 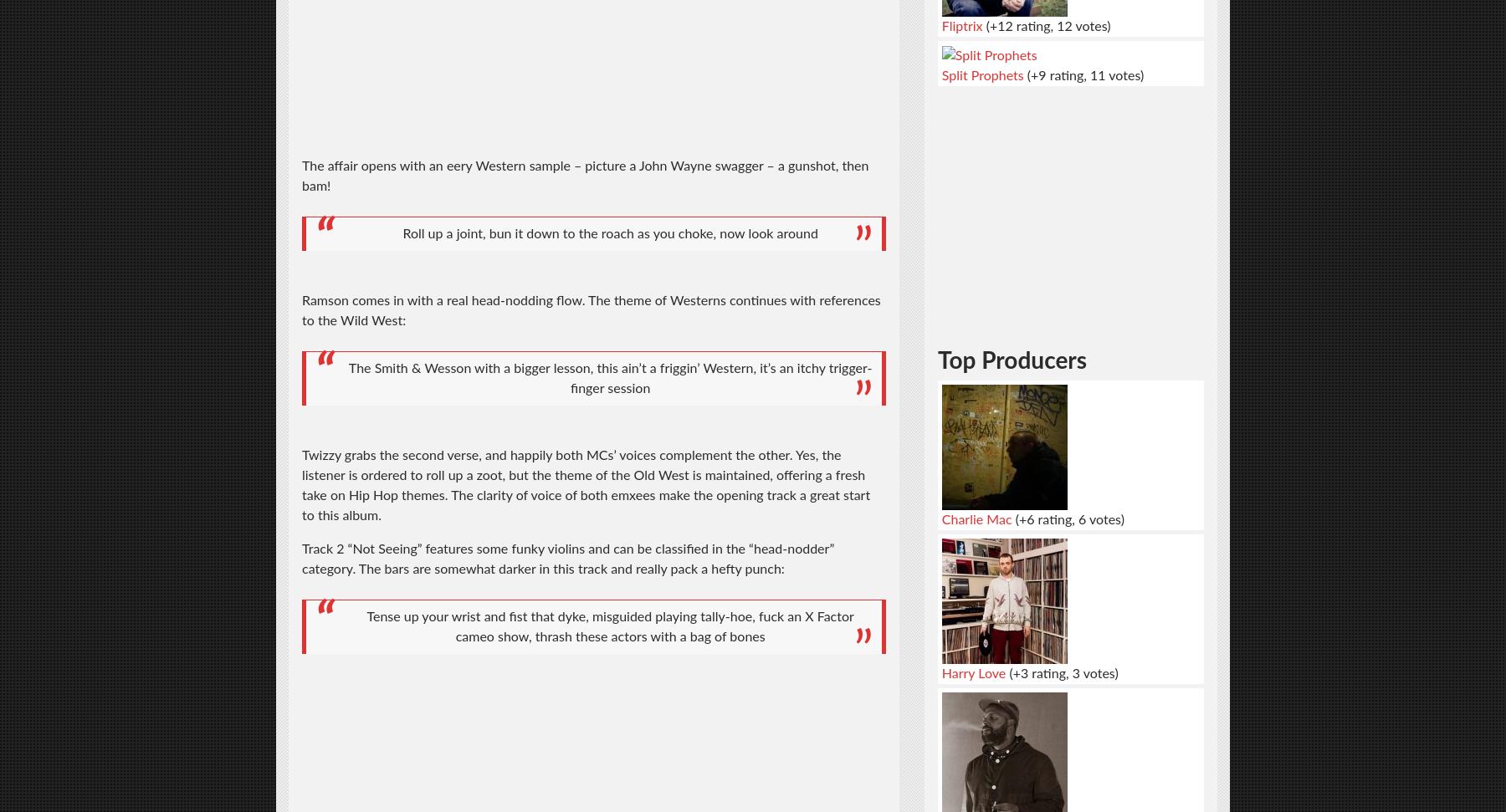 What do you see at coordinates (609, 232) in the screenshot?
I see `'Roll up a joint, bun it down to the roach as you choke, now look around'` at bounding box center [609, 232].